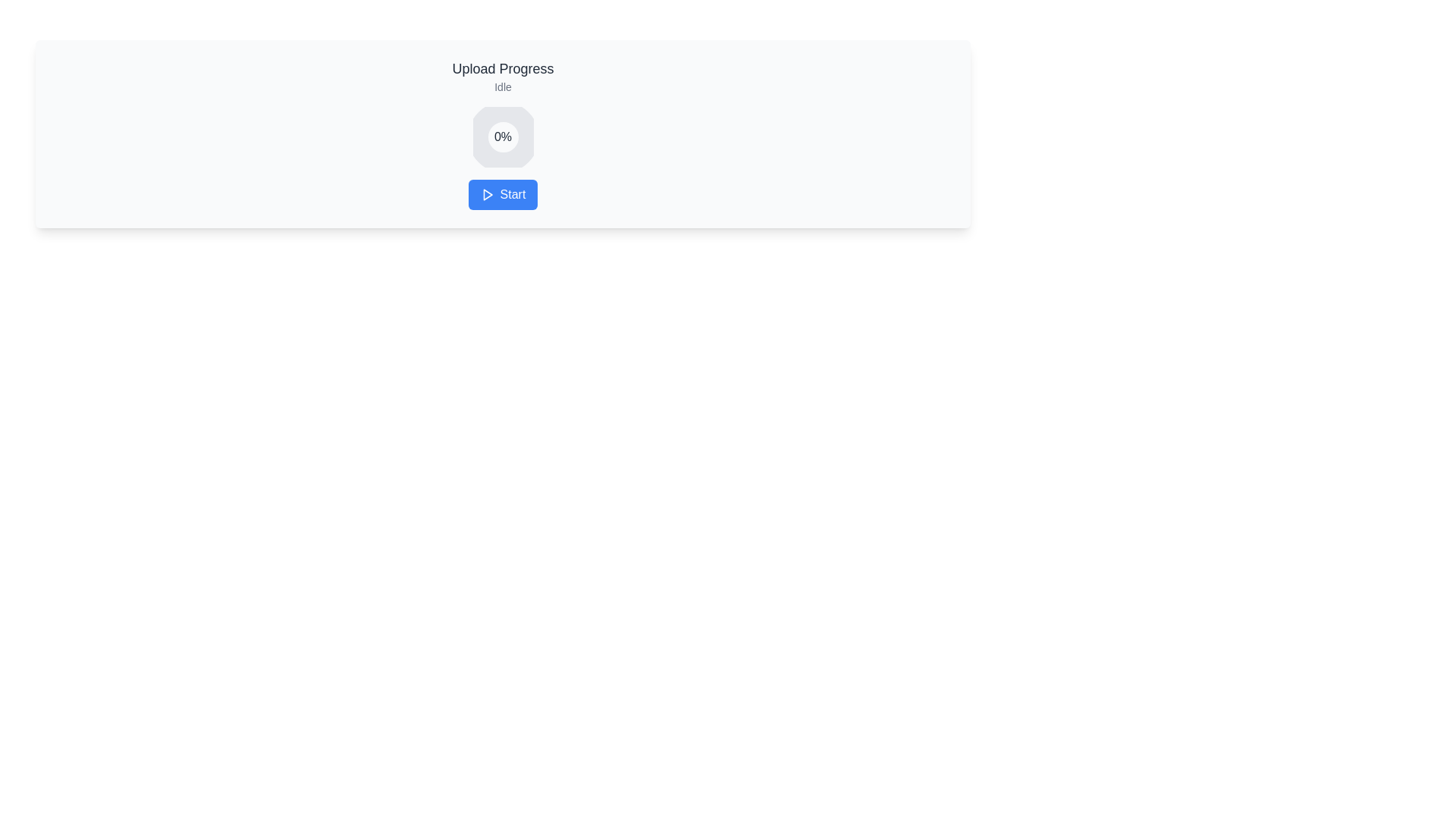 This screenshot has height=819, width=1456. What do you see at coordinates (503, 137) in the screenshot?
I see `the circular graphical element that visually indicates upload progress, positioned centrally above the 'Start' button and below the 'Upload Progress' heading with '0%' text` at bounding box center [503, 137].